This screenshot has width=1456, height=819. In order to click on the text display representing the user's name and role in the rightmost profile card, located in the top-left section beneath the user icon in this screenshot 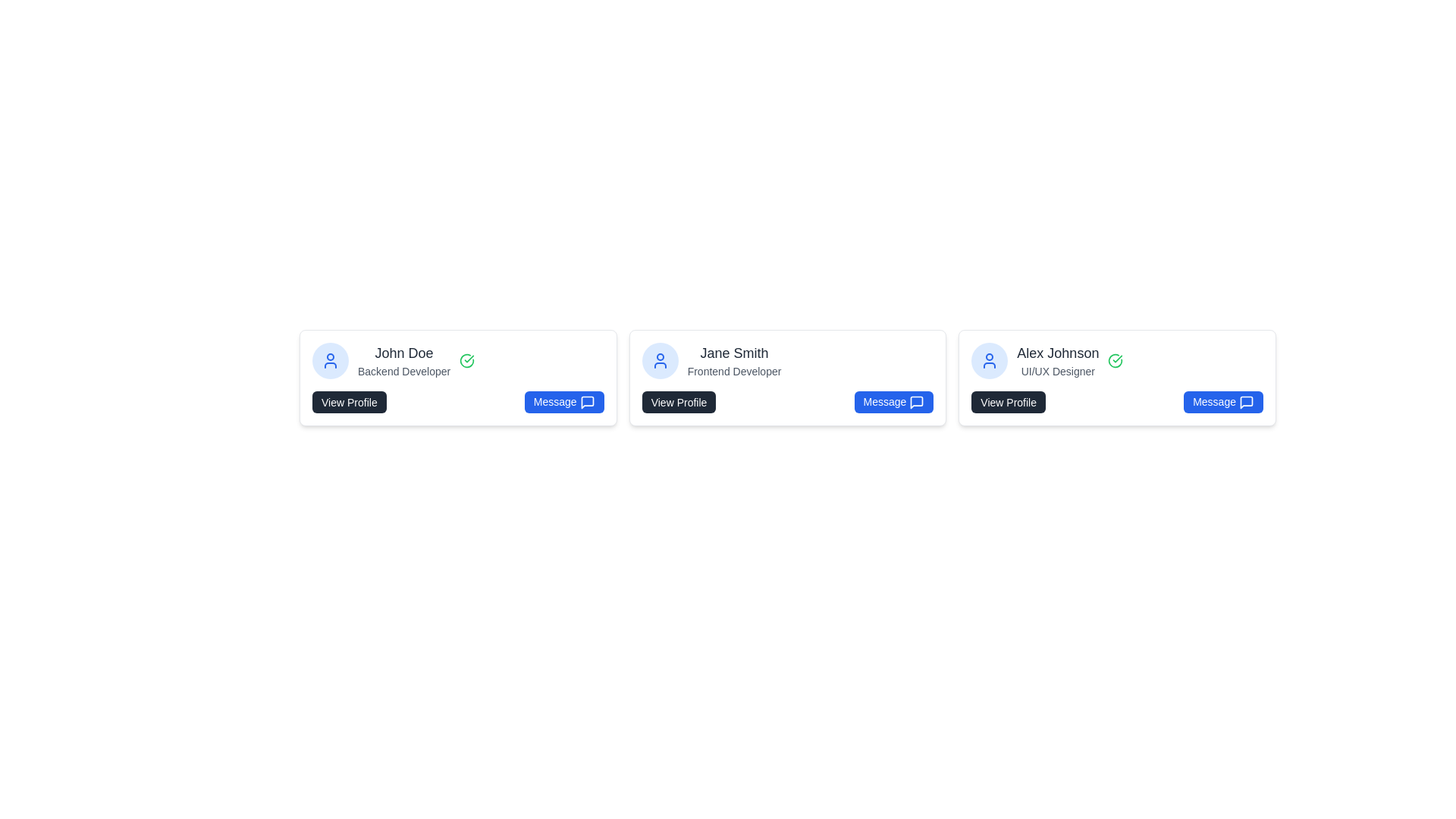, I will do `click(1057, 360)`.